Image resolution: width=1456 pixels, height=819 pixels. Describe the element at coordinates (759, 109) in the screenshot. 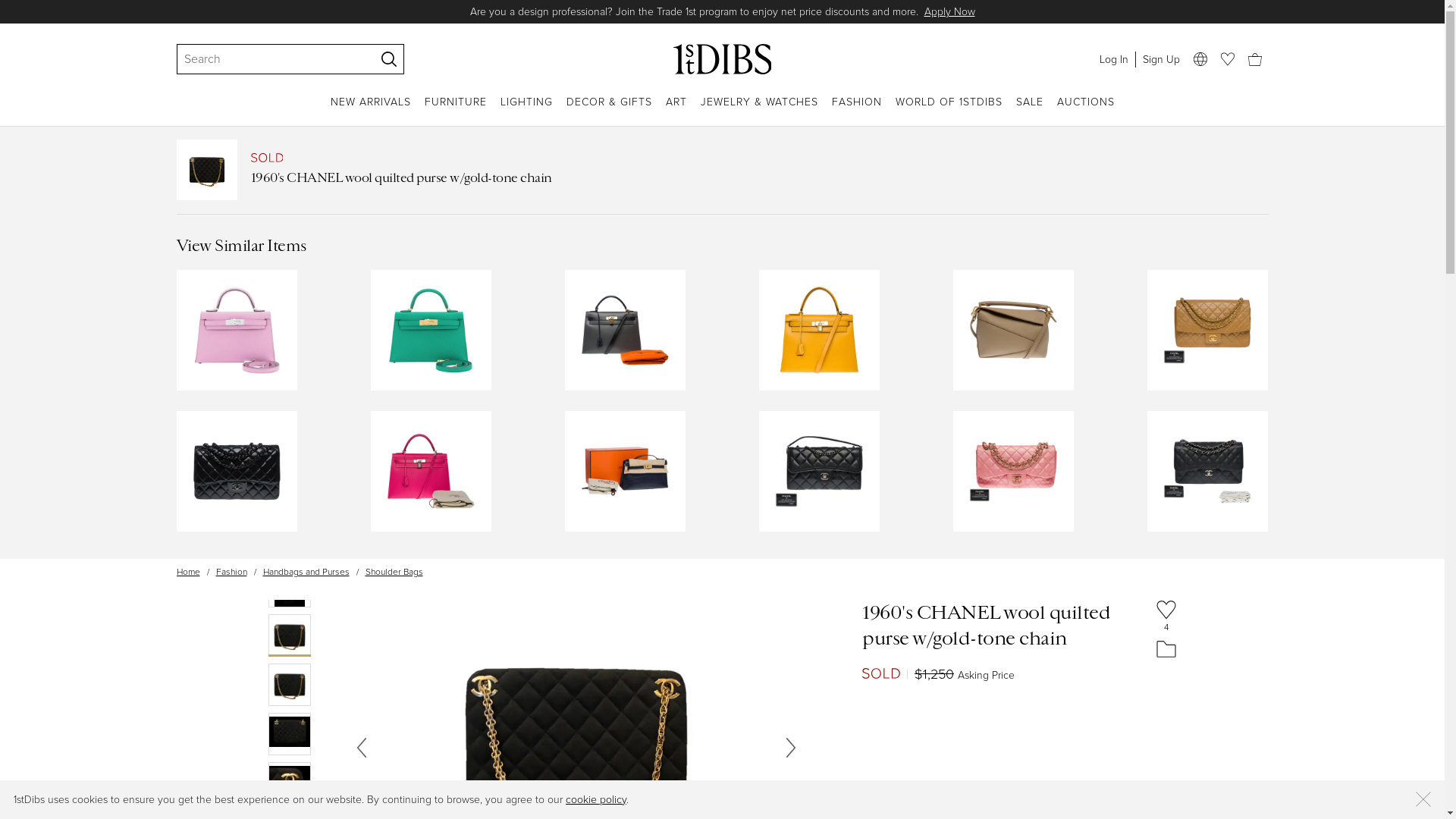

I see `'JEWELRY & WATCHES'` at that location.